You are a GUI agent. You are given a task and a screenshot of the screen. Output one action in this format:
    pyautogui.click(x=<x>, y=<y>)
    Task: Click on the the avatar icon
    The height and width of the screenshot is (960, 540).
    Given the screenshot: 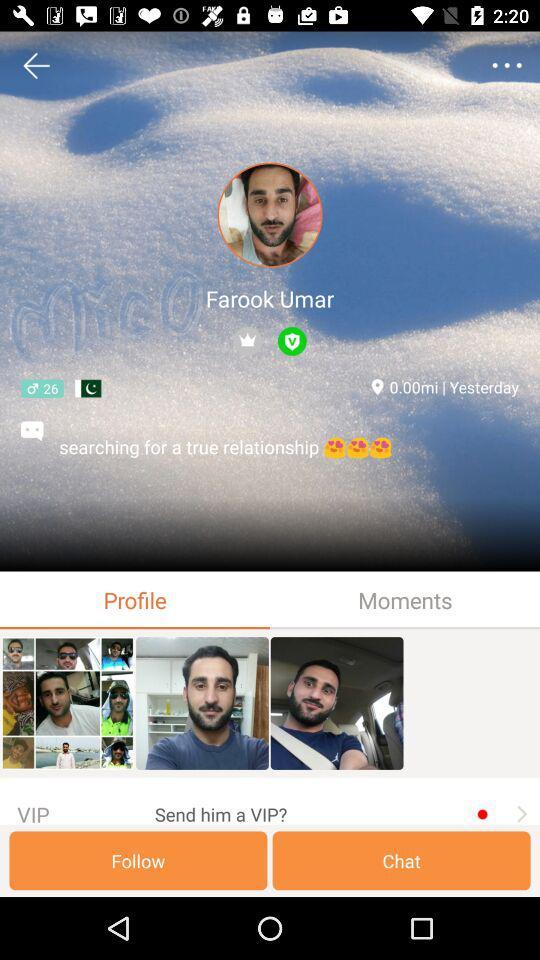 What is the action you would take?
    pyautogui.click(x=270, y=215)
    